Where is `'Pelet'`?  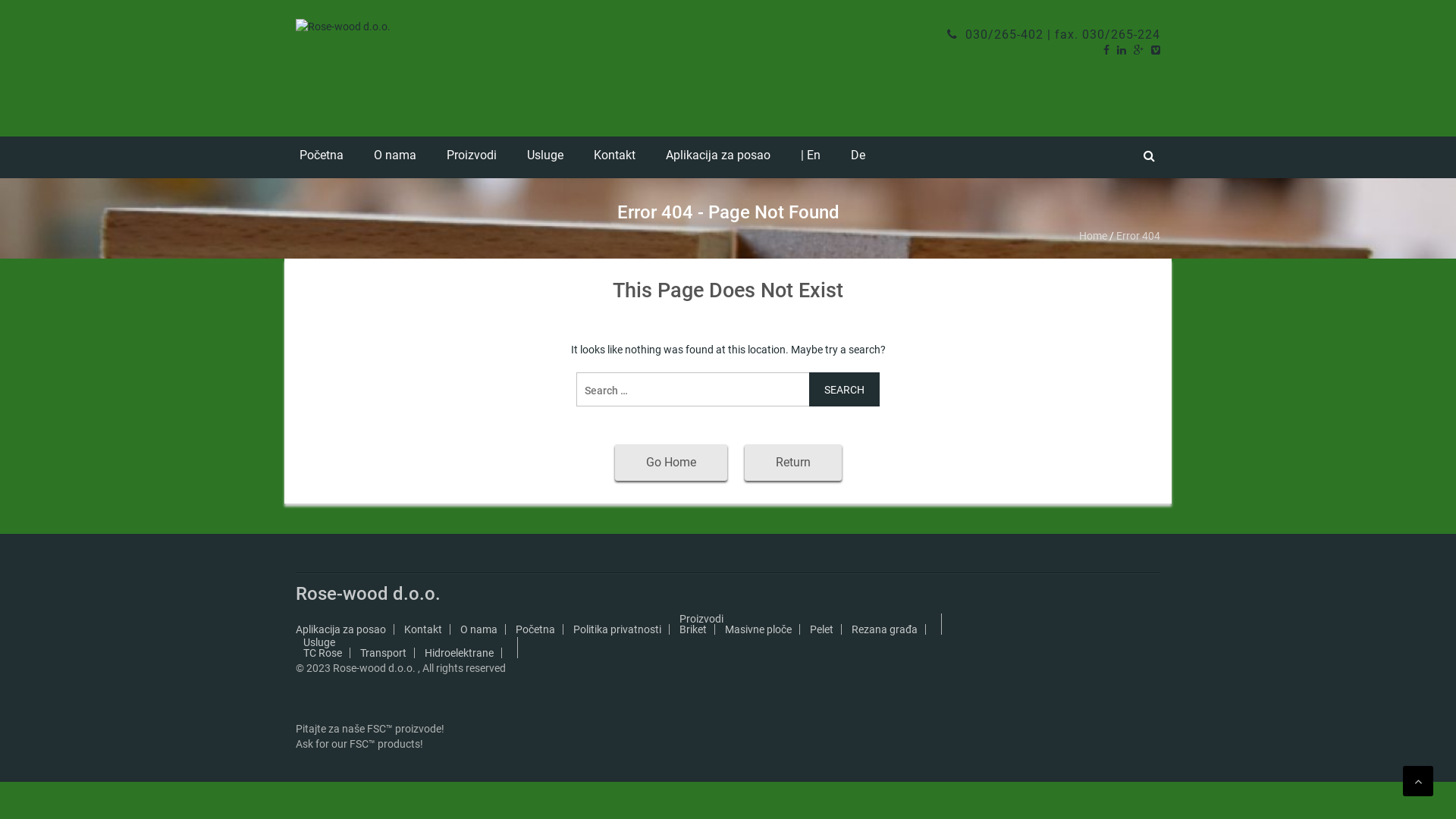 'Pelet' is located at coordinates (821, 629).